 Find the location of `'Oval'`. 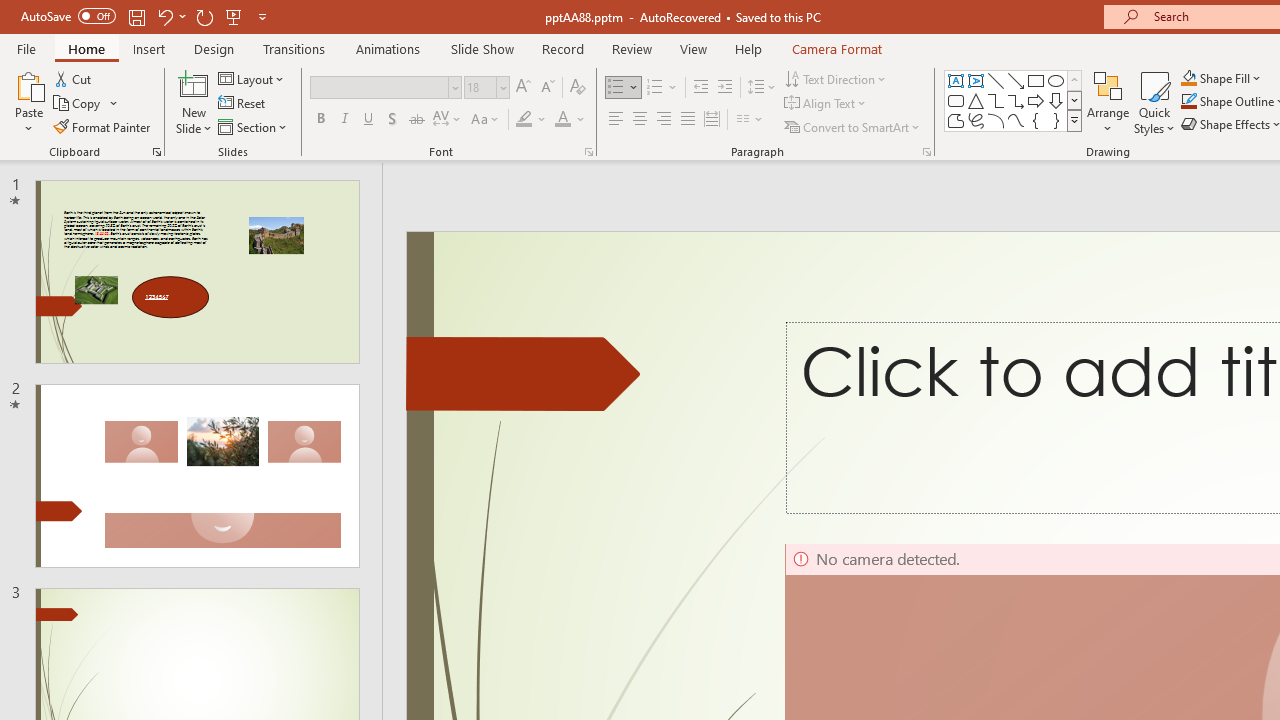

'Oval' is located at coordinates (1055, 80).